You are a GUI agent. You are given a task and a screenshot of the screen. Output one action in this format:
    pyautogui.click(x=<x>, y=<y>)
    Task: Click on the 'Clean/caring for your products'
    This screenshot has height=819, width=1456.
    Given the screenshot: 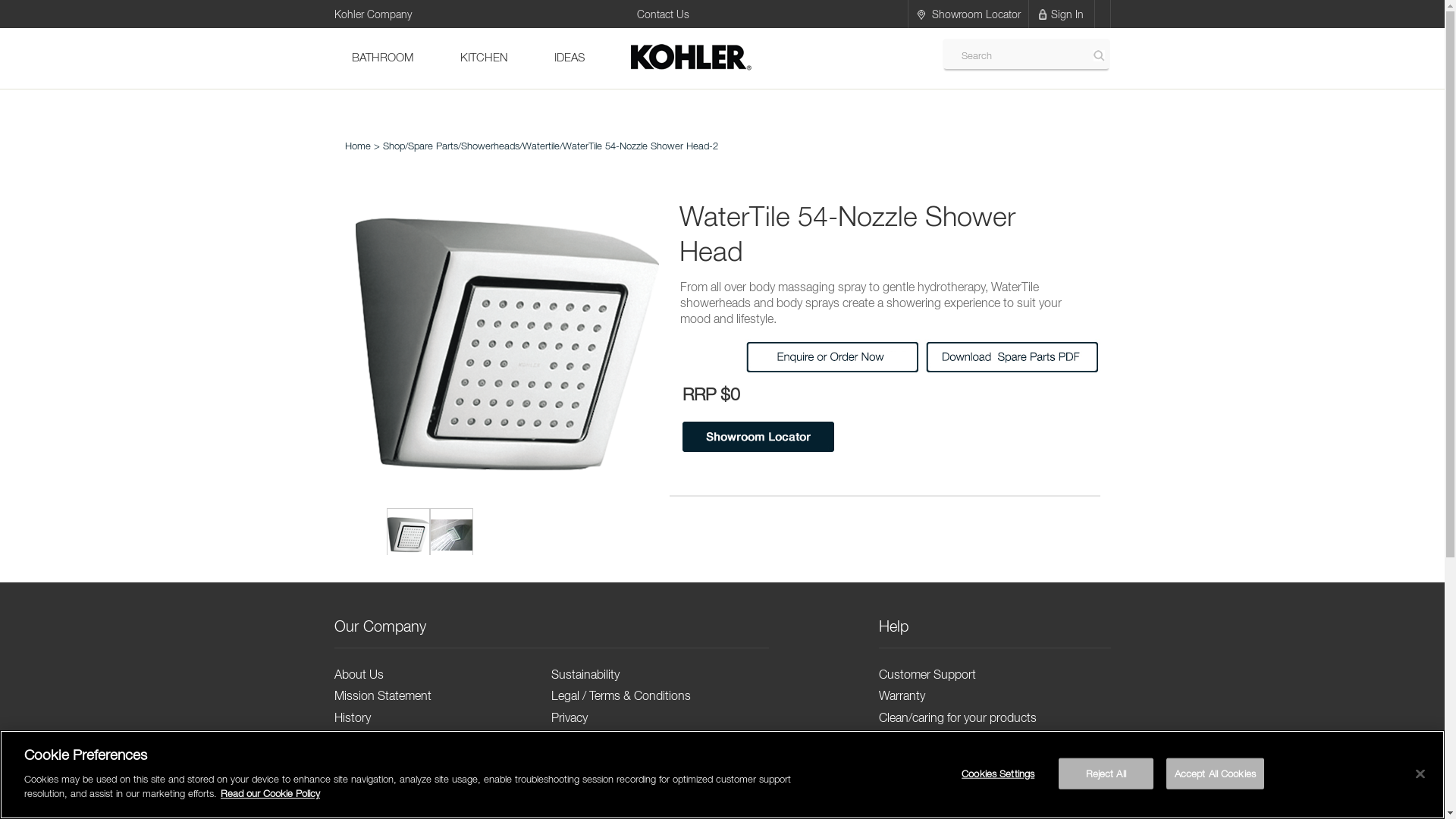 What is the action you would take?
    pyautogui.click(x=956, y=717)
    